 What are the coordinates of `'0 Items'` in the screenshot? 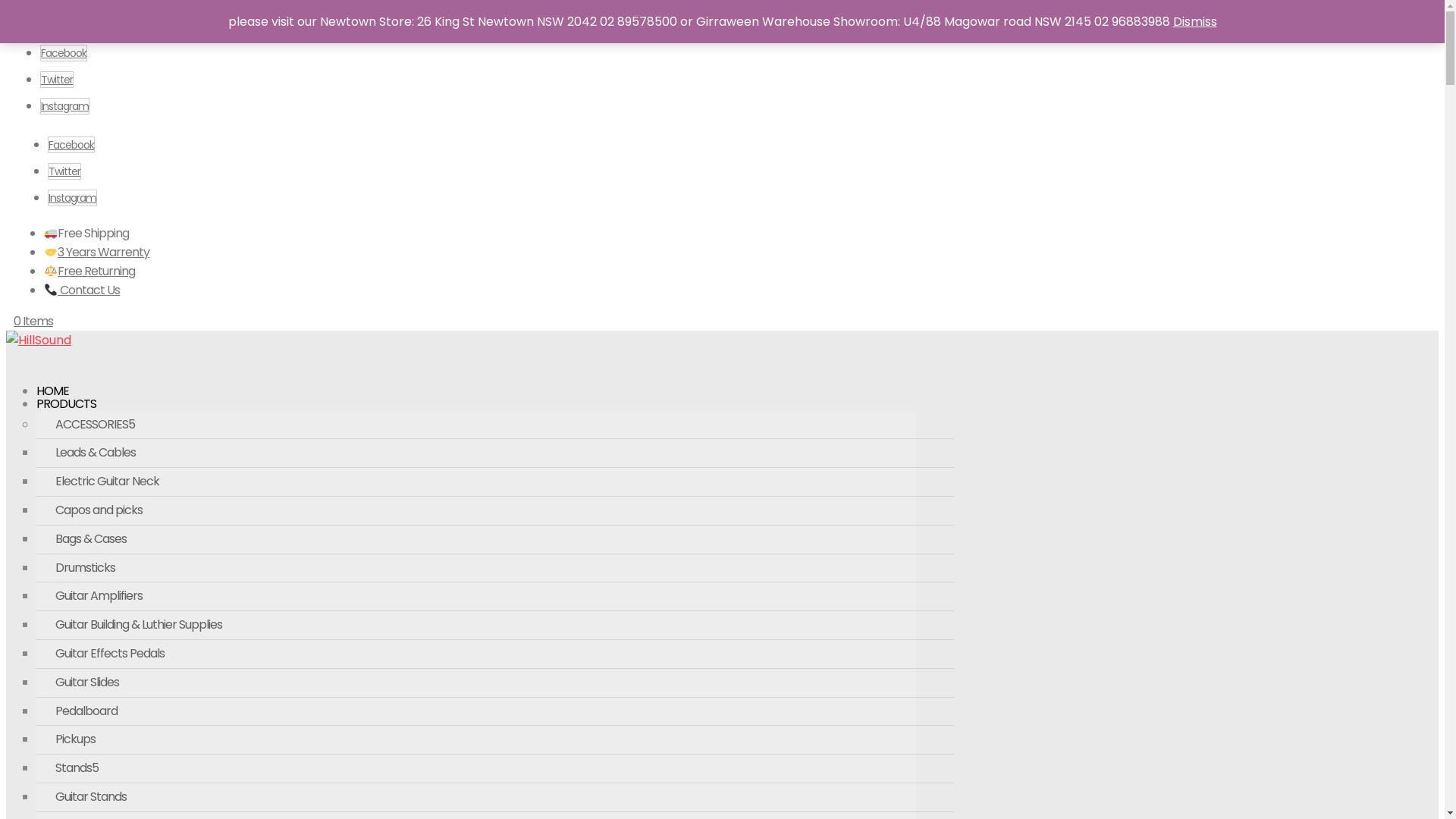 It's located at (14, 320).